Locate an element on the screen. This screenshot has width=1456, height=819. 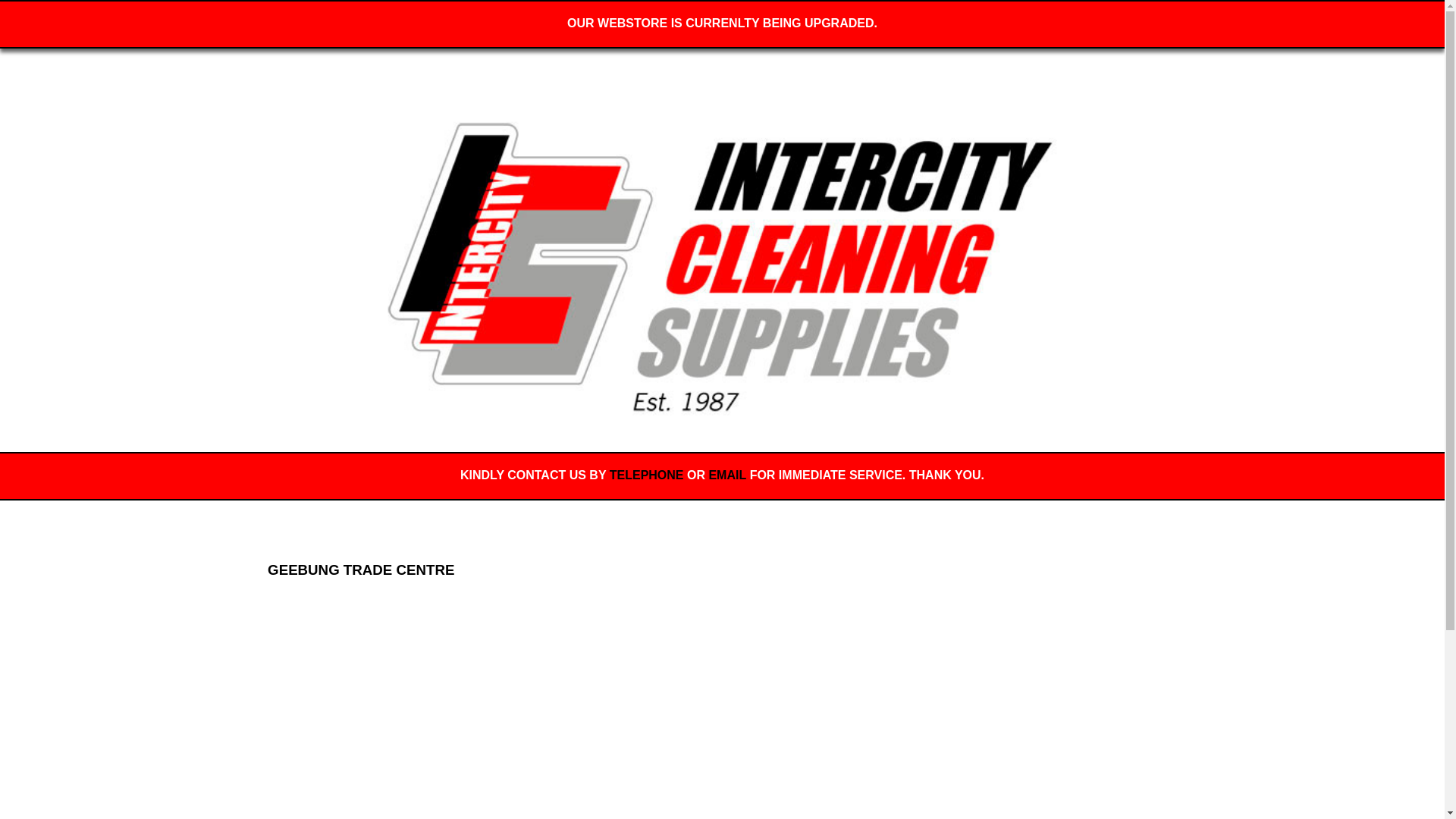
'TELEPHONE' is located at coordinates (610, 474).